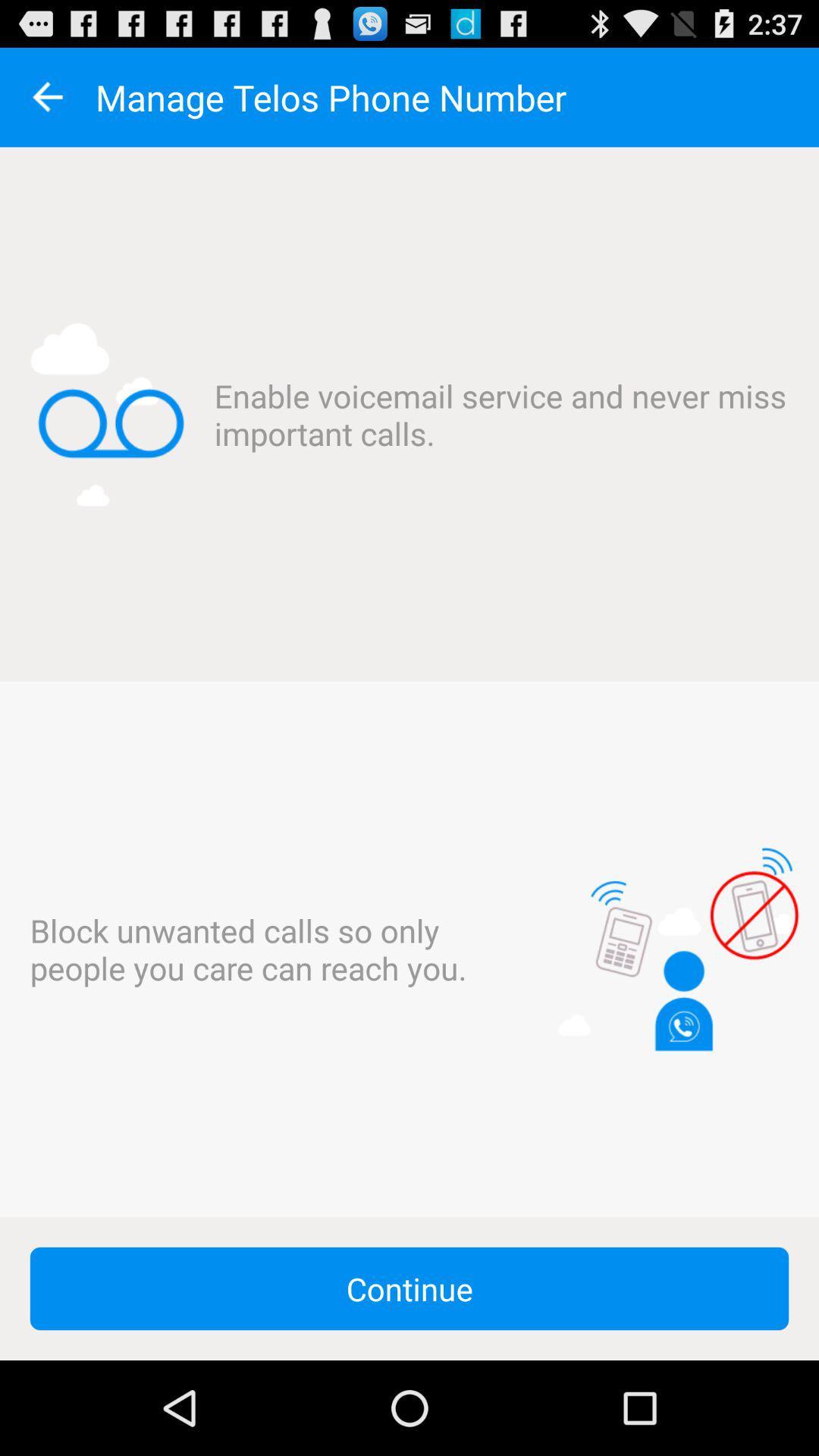  Describe the element at coordinates (409, 1288) in the screenshot. I see `continue at the bottom` at that location.